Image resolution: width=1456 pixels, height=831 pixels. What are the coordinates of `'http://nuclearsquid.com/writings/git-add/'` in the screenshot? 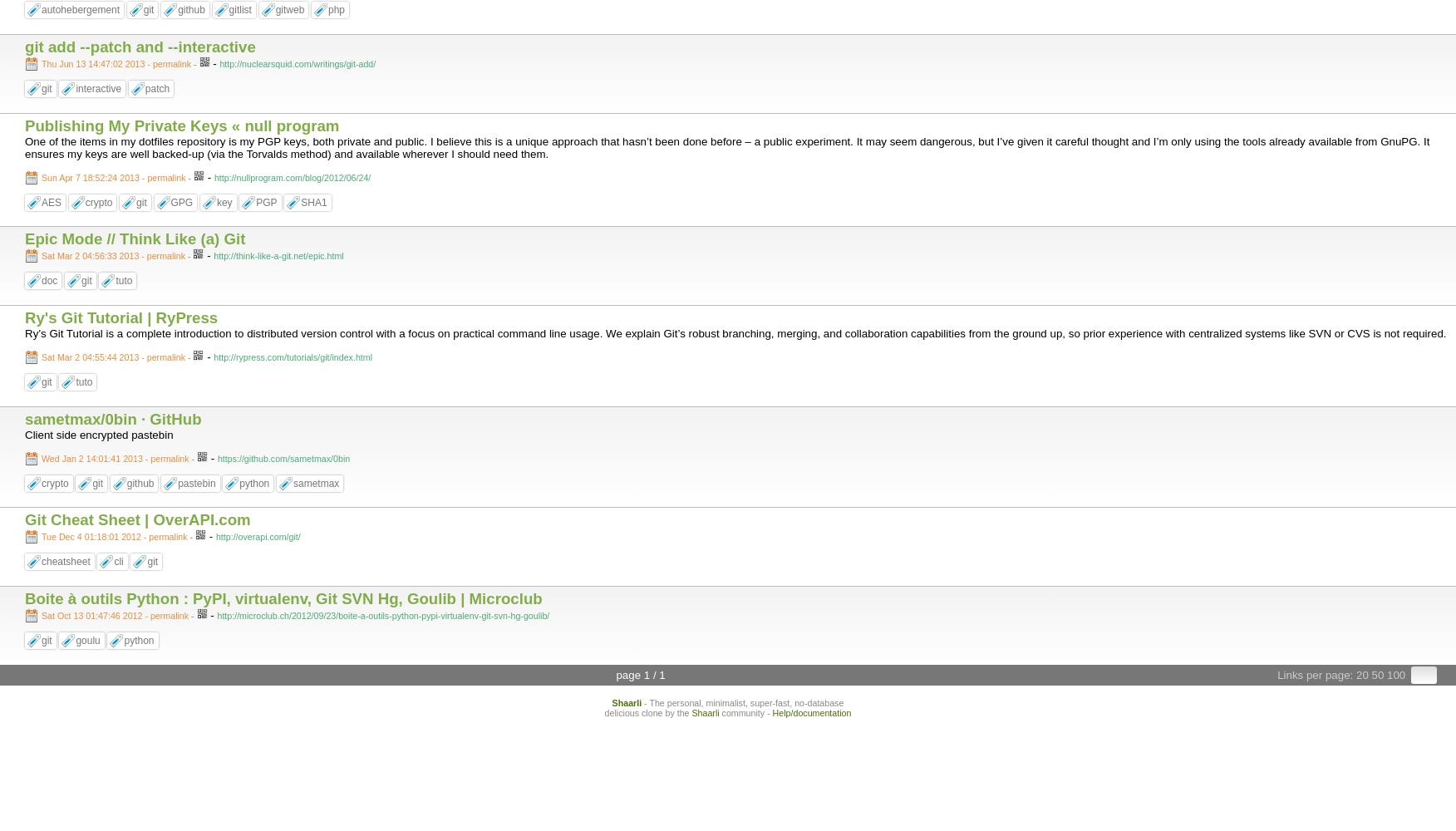 It's located at (297, 62).